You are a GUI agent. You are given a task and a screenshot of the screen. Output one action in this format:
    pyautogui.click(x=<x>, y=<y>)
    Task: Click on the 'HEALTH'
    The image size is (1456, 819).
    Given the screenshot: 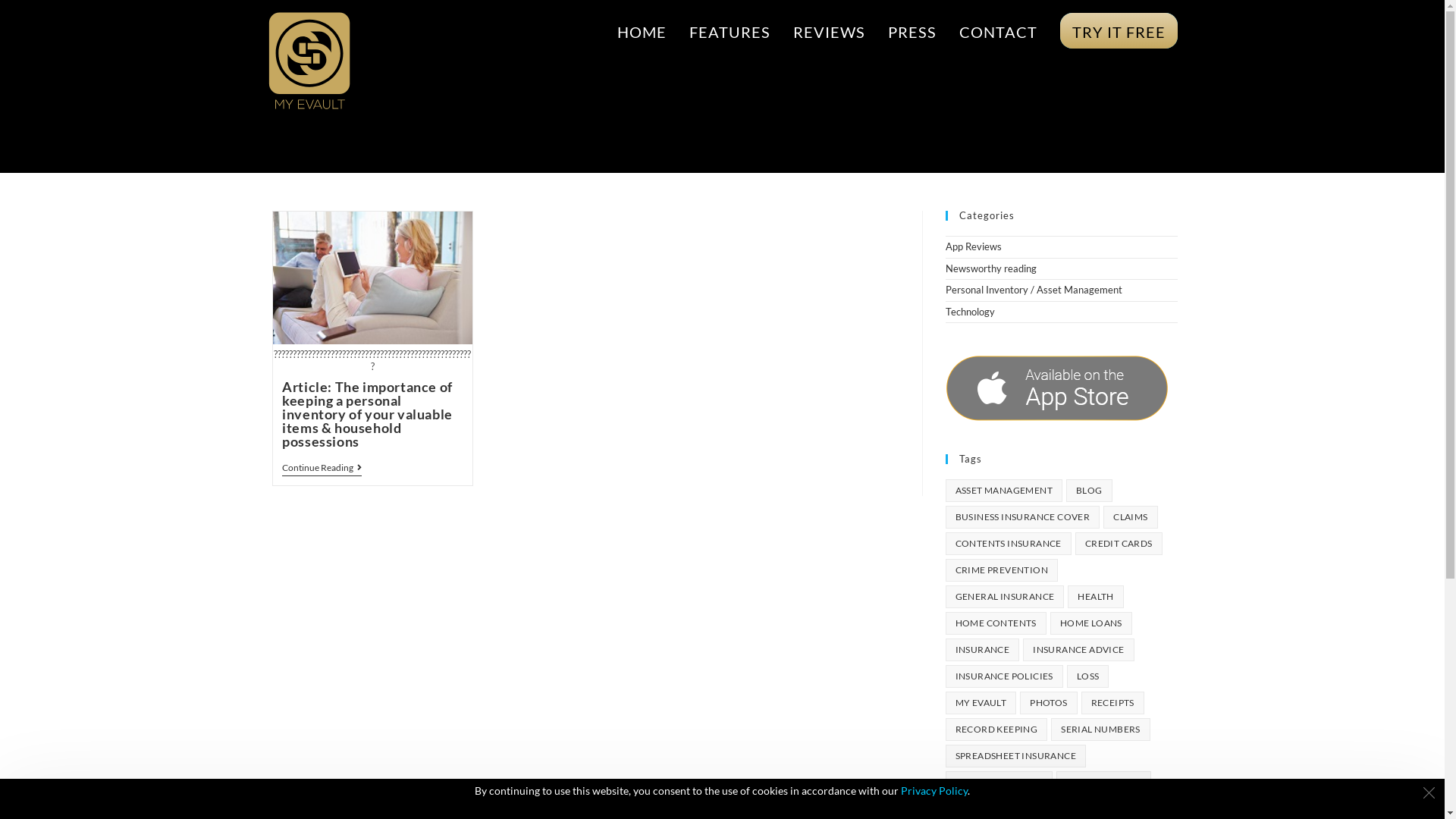 What is the action you would take?
    pyautogui.click(x=1095, y=595)
    